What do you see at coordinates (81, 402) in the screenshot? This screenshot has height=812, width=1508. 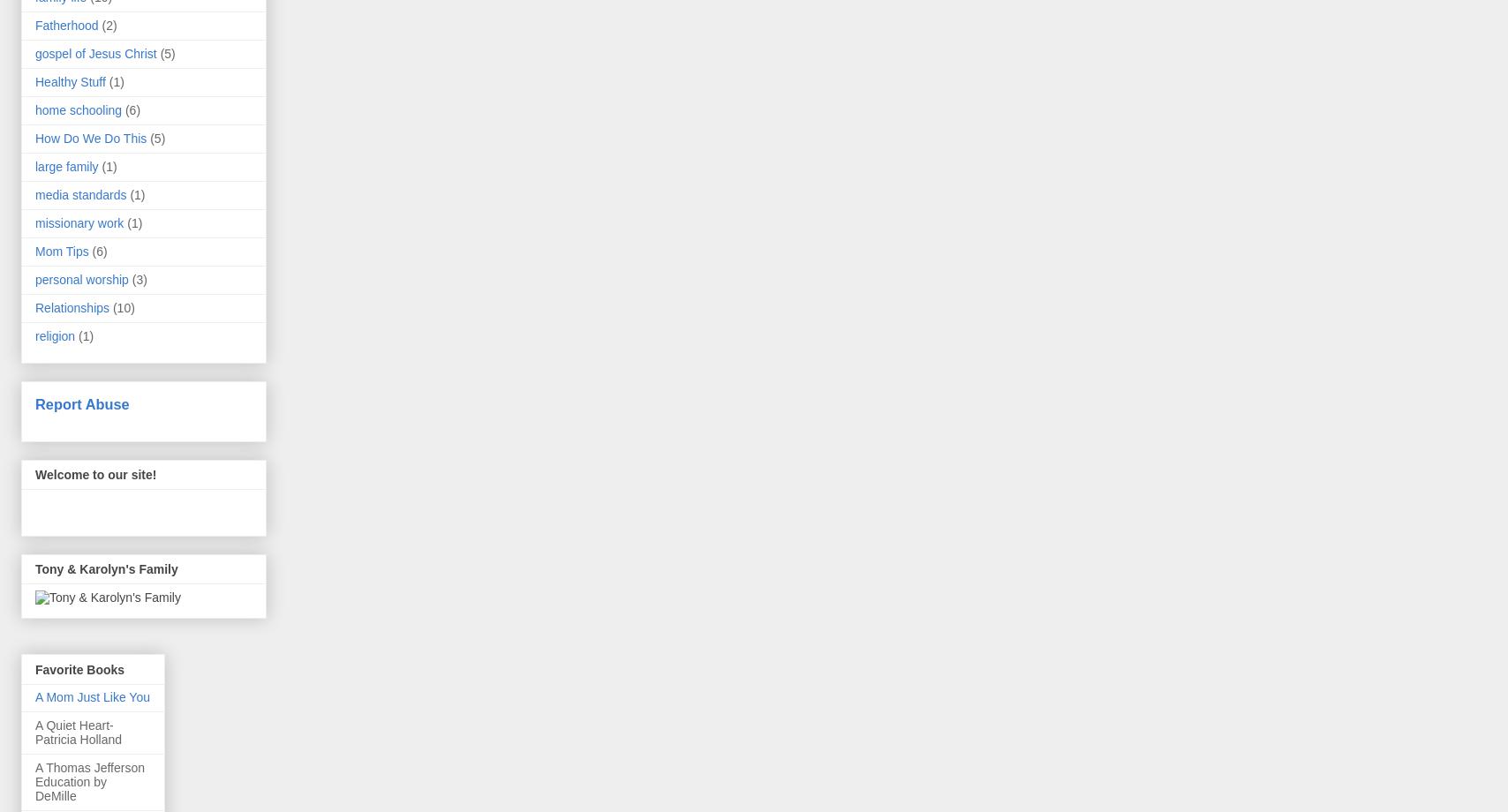 I see `'Report Abuse'` at bounding box center [81, 402].